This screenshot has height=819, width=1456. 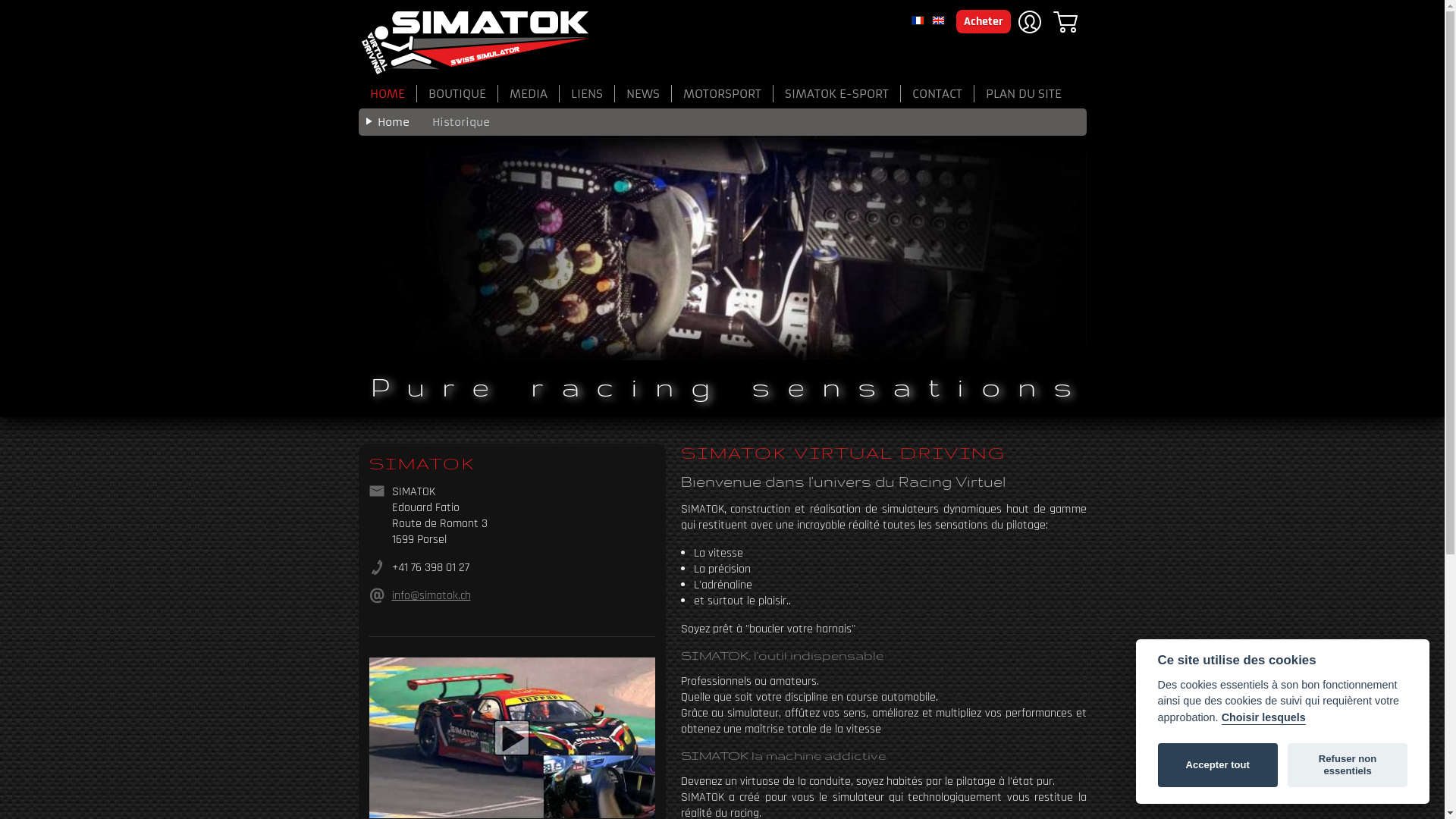 What do you see at coordinates (1263, 717) in the screenshot?
I see `'Choisir lesquels'` at bounding box center [1263, 717].